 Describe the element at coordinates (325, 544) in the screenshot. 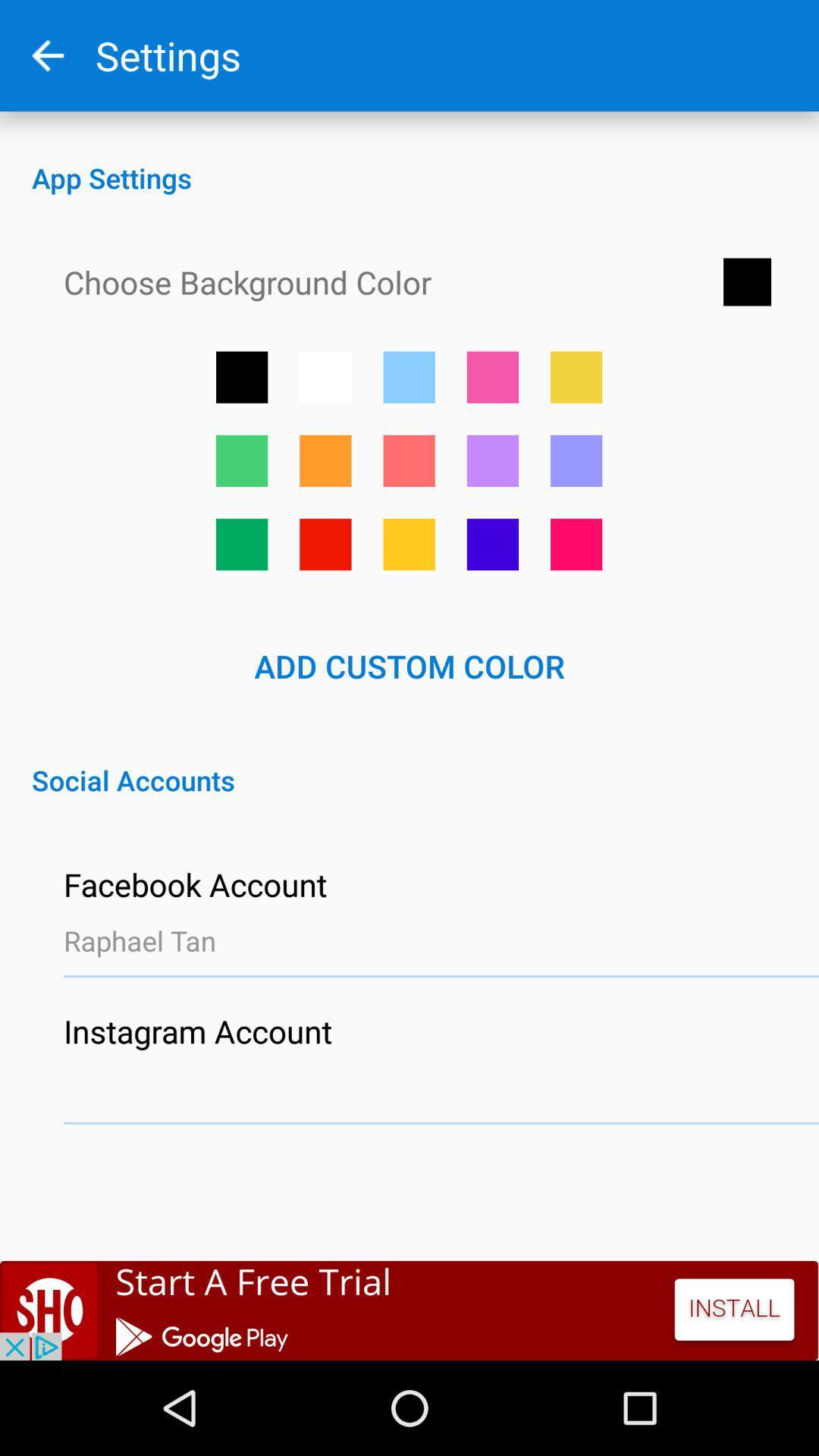

I see `set background color to red` at that location.